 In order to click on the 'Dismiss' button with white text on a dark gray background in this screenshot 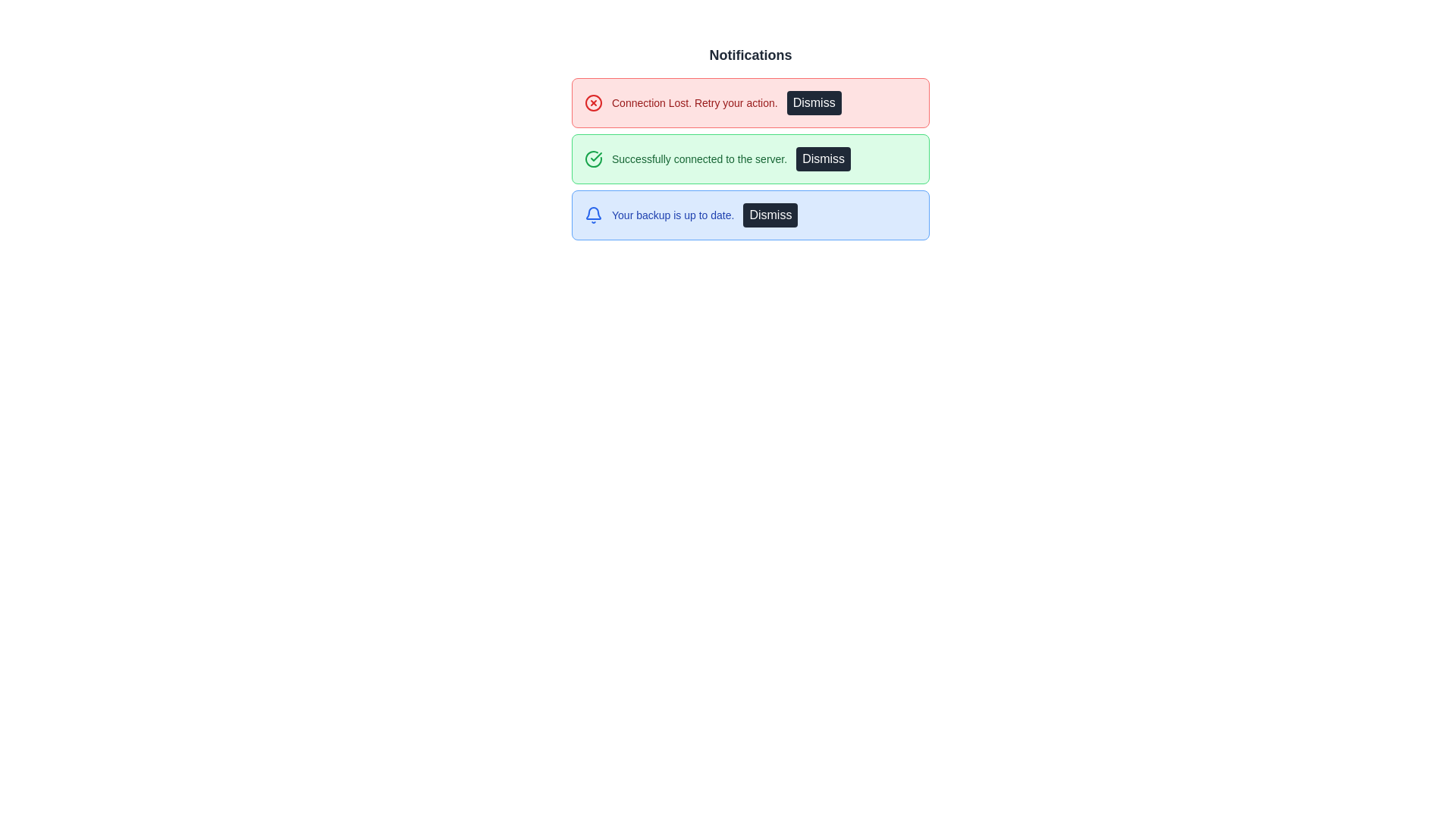, I will do `click(770, 215)`.